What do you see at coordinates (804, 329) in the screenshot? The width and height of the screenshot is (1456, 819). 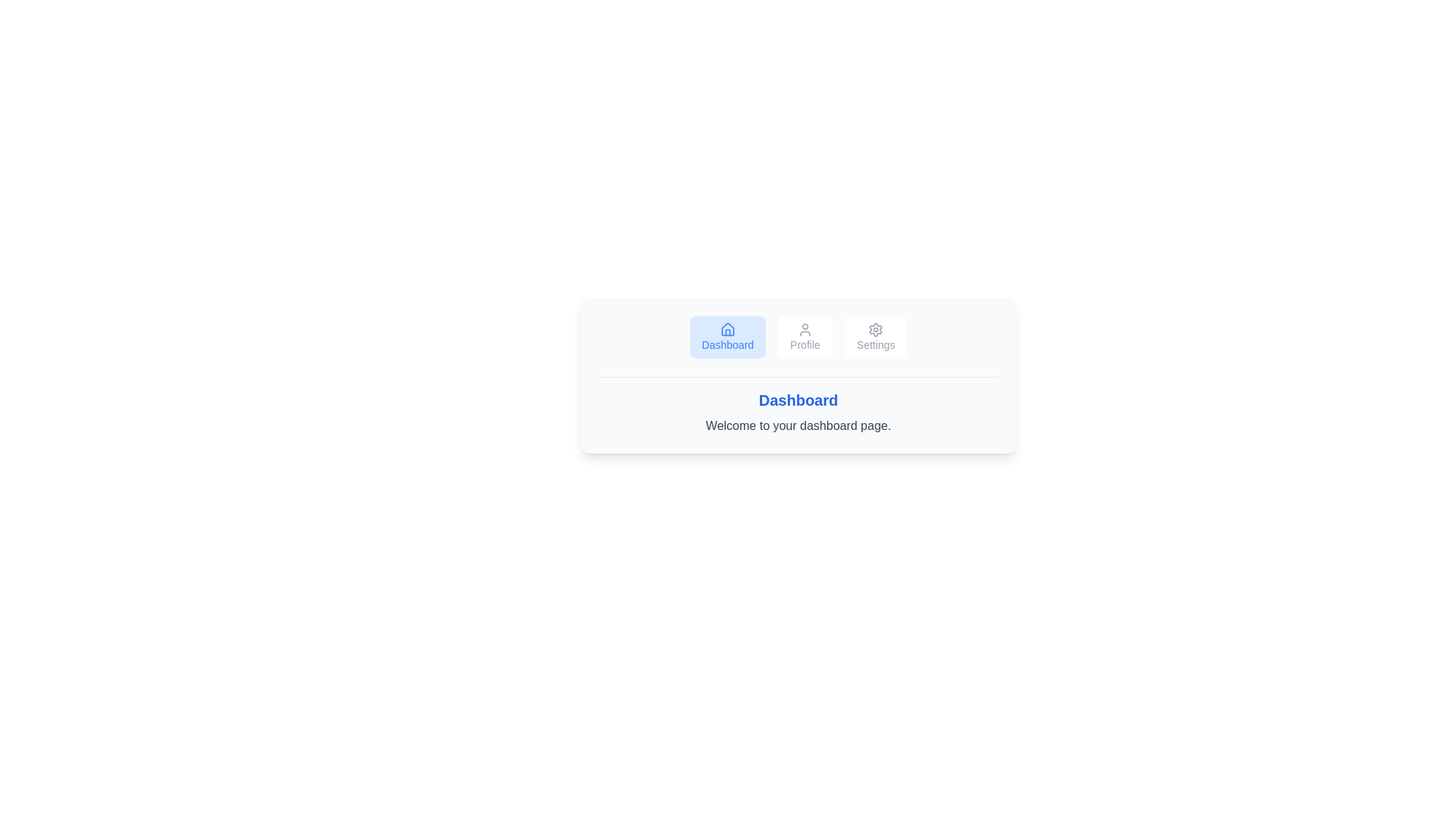 I see `the icon of the Profile tab to inspect it visually` at bounding box center [804, 329].